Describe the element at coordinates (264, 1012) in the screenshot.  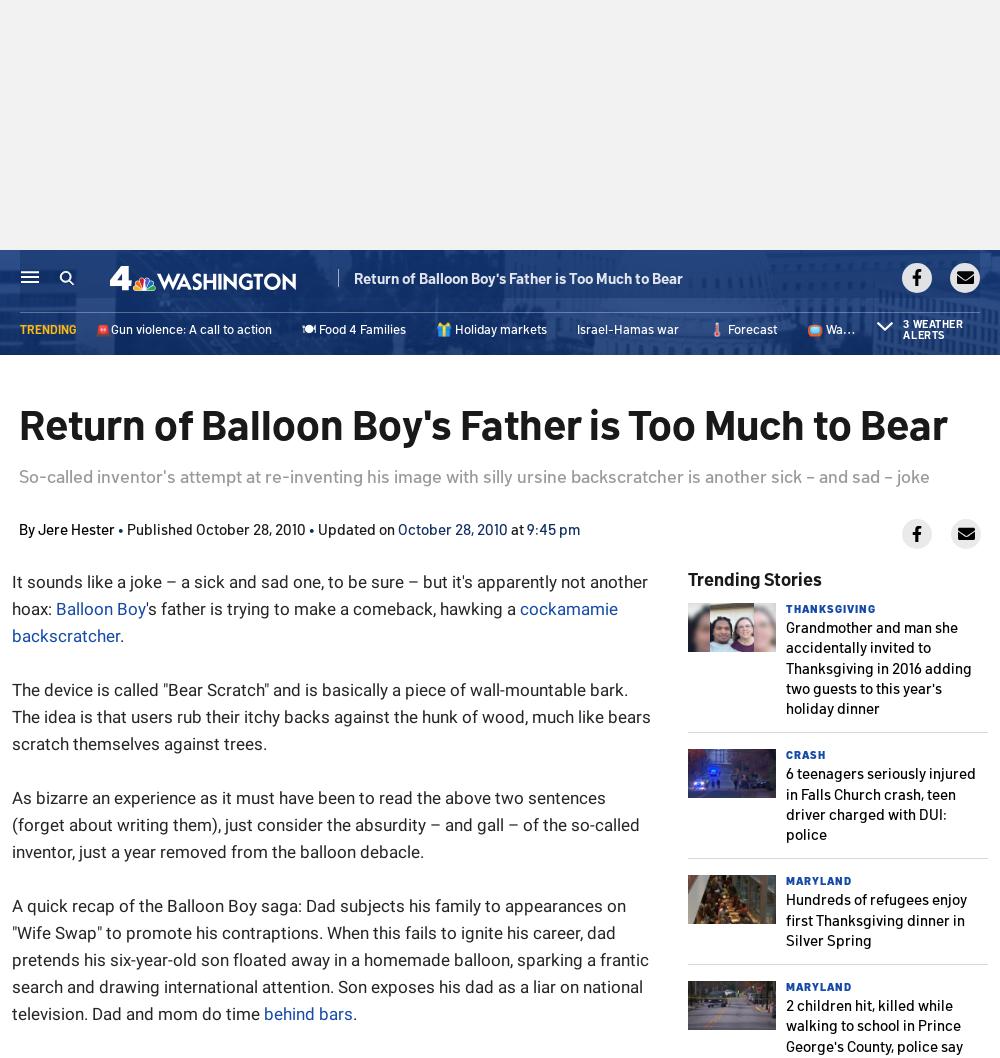
I see `'behind bars'` at that location.